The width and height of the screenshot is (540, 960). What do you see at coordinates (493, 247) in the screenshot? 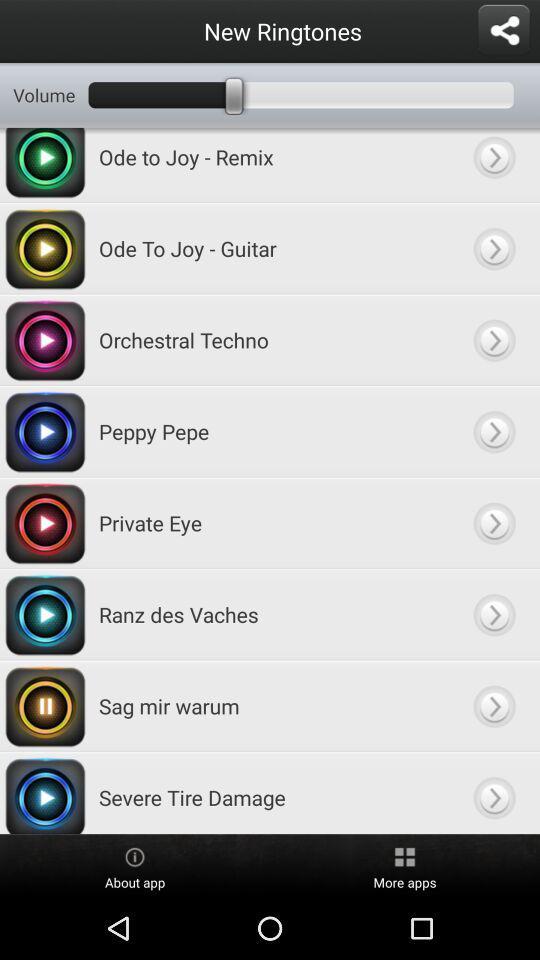
I see `ringtone` at bounding box center [493, 247].